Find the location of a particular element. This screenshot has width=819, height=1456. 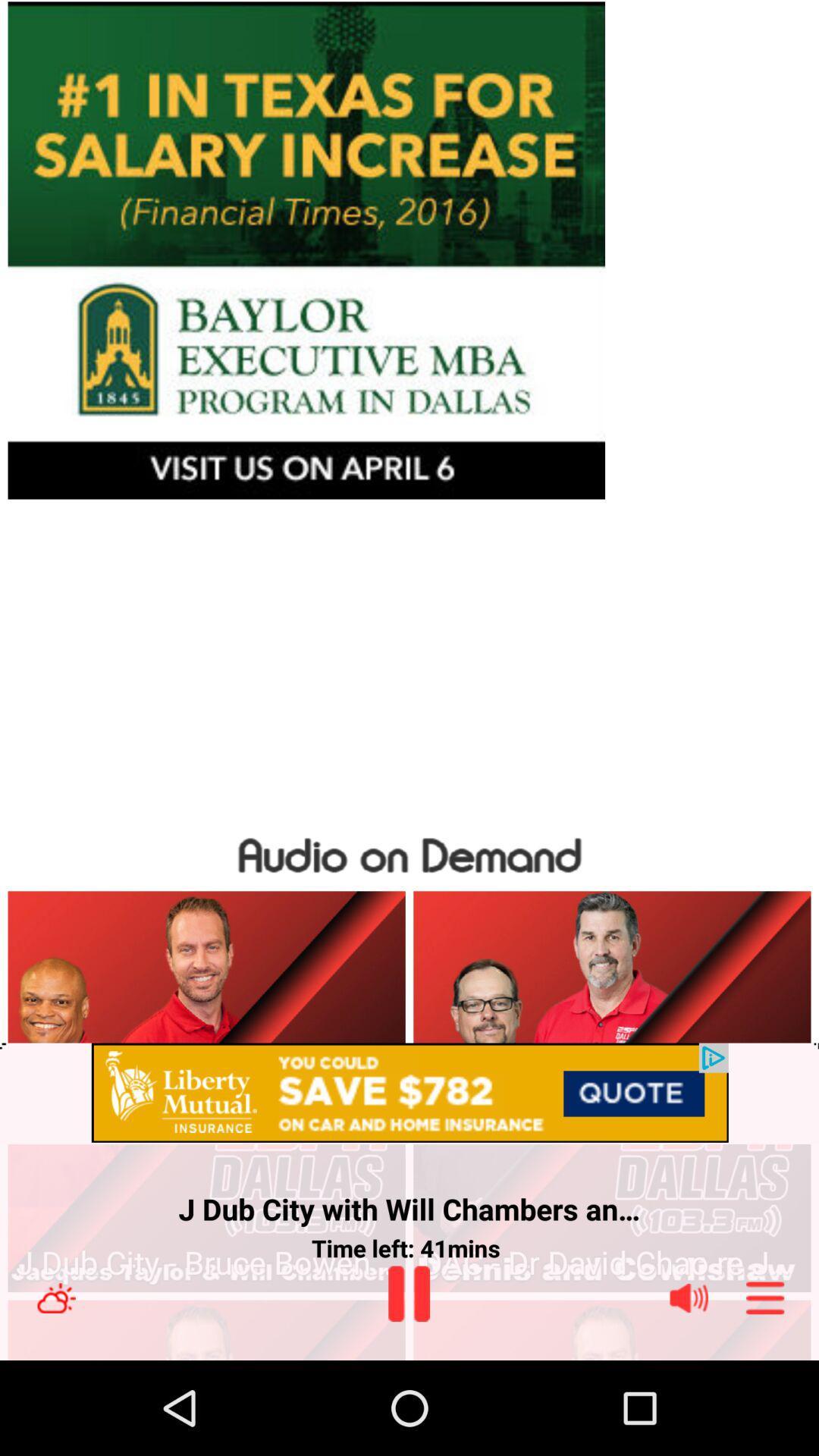

volume control is located at coordinates (689, 1297).